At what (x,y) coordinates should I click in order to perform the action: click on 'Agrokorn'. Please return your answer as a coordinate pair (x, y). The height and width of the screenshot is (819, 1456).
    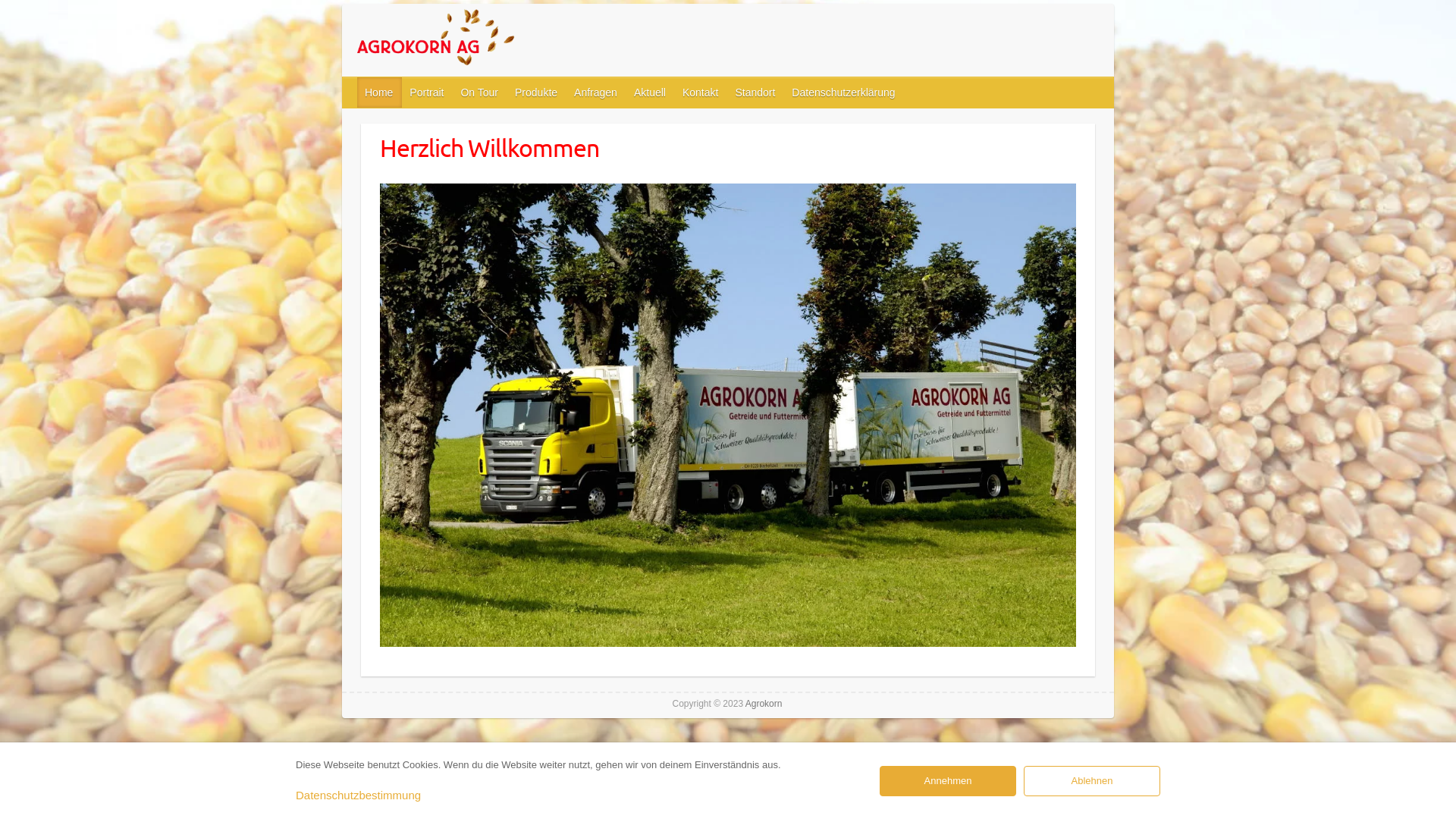
    Looking at the image, I should click on (764, 704).